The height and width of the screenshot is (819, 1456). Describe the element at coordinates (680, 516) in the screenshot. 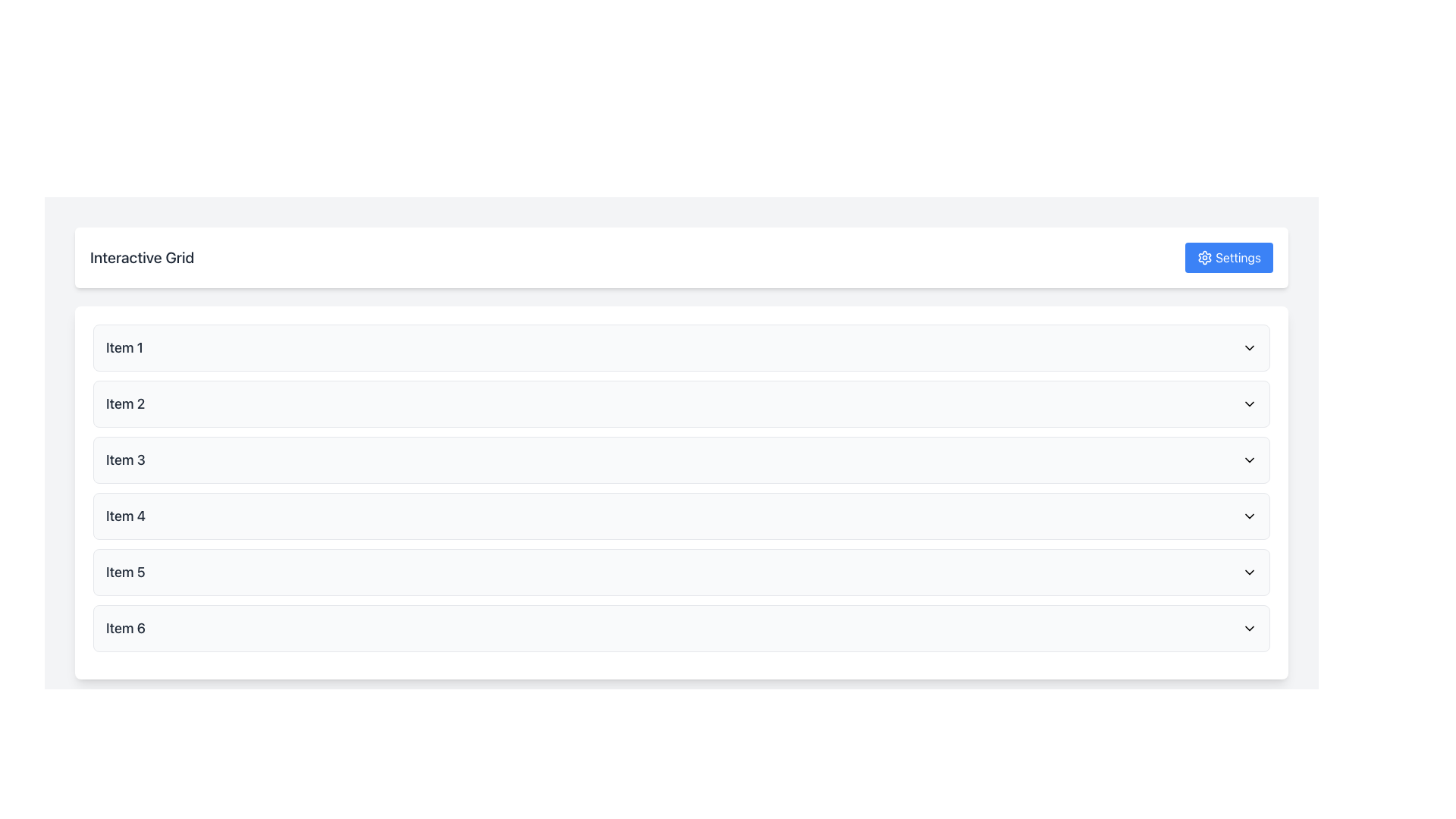

I see `keyboard navigation` at that location.